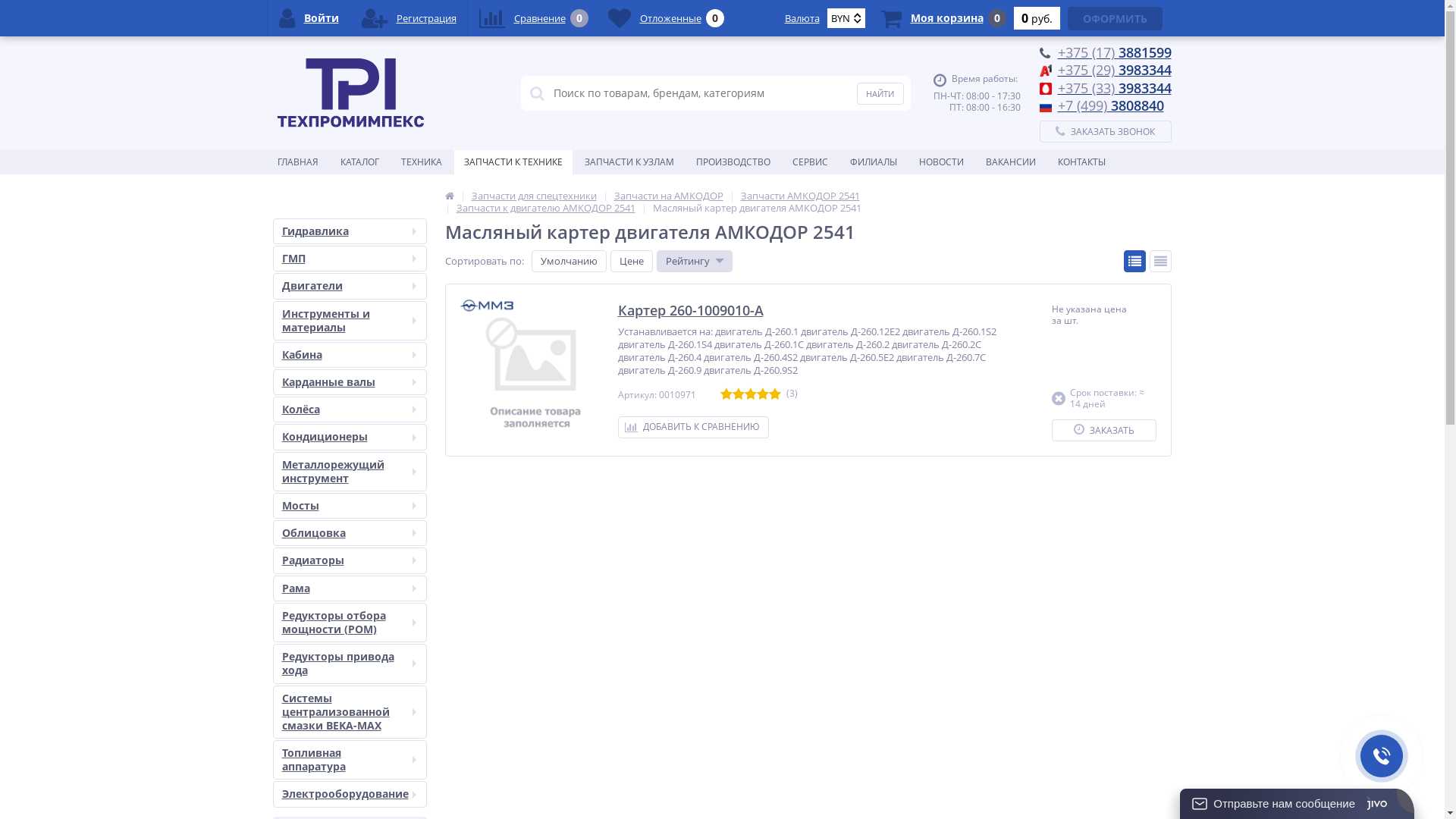 The height and width of the screenshot is (819, 1456). Describe the element at coordinates (1113, 70) in the screenshot. I see `'+375 (29) 3983344'` at that location.